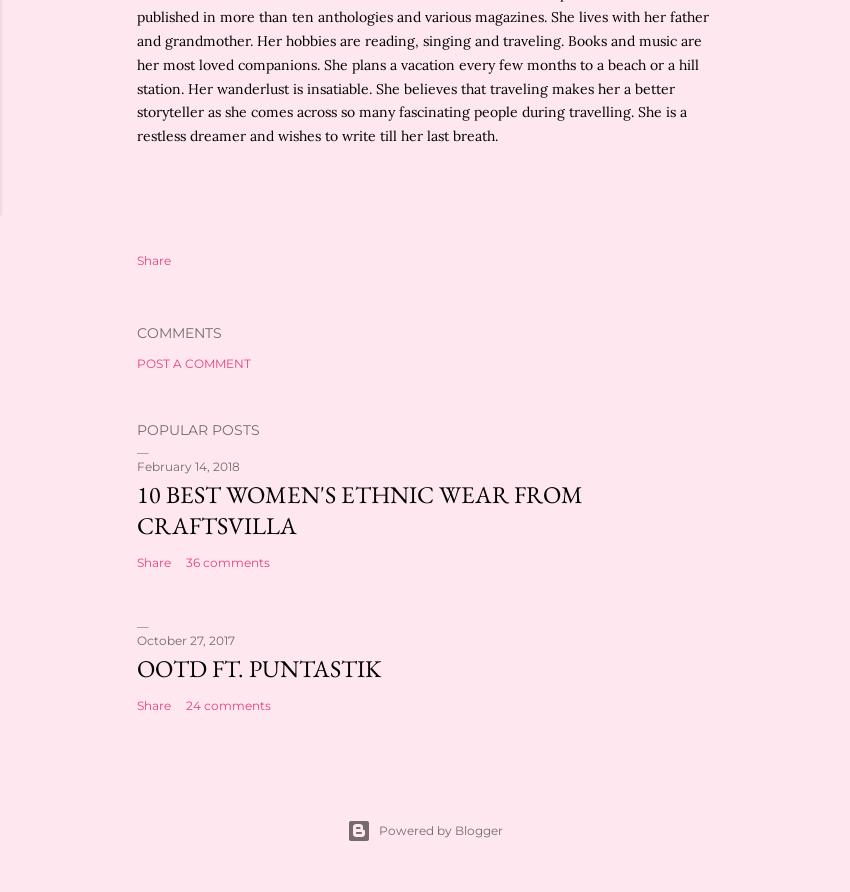 The width and height of the screenshot is (850, 892). Describe the element at coordinates (197, 429) in the screenshot. I see `'Popular Posts'` at that location.